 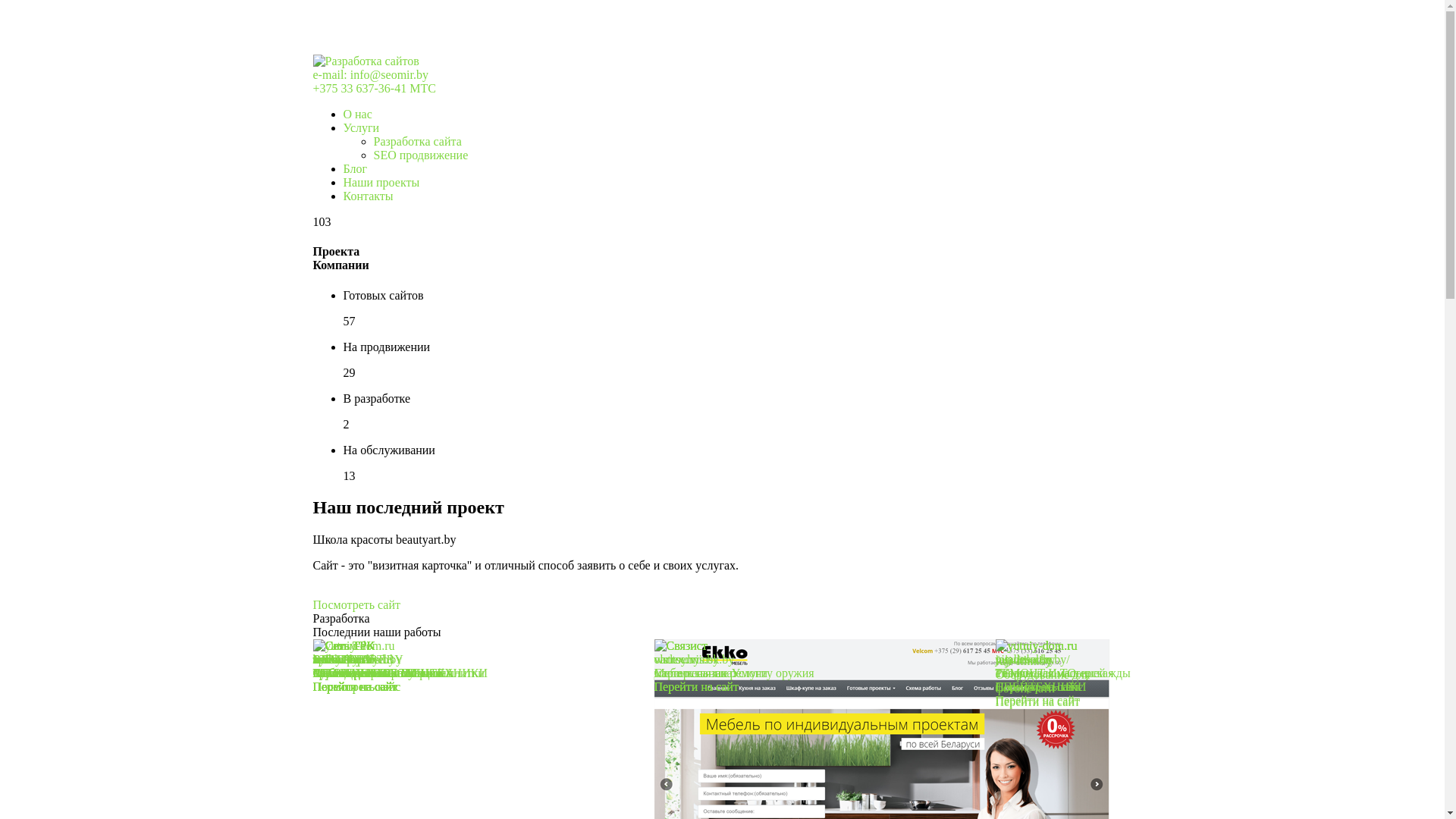 I want to click on 'e-mail: info@seomir.by', so click(x=370, y=74).